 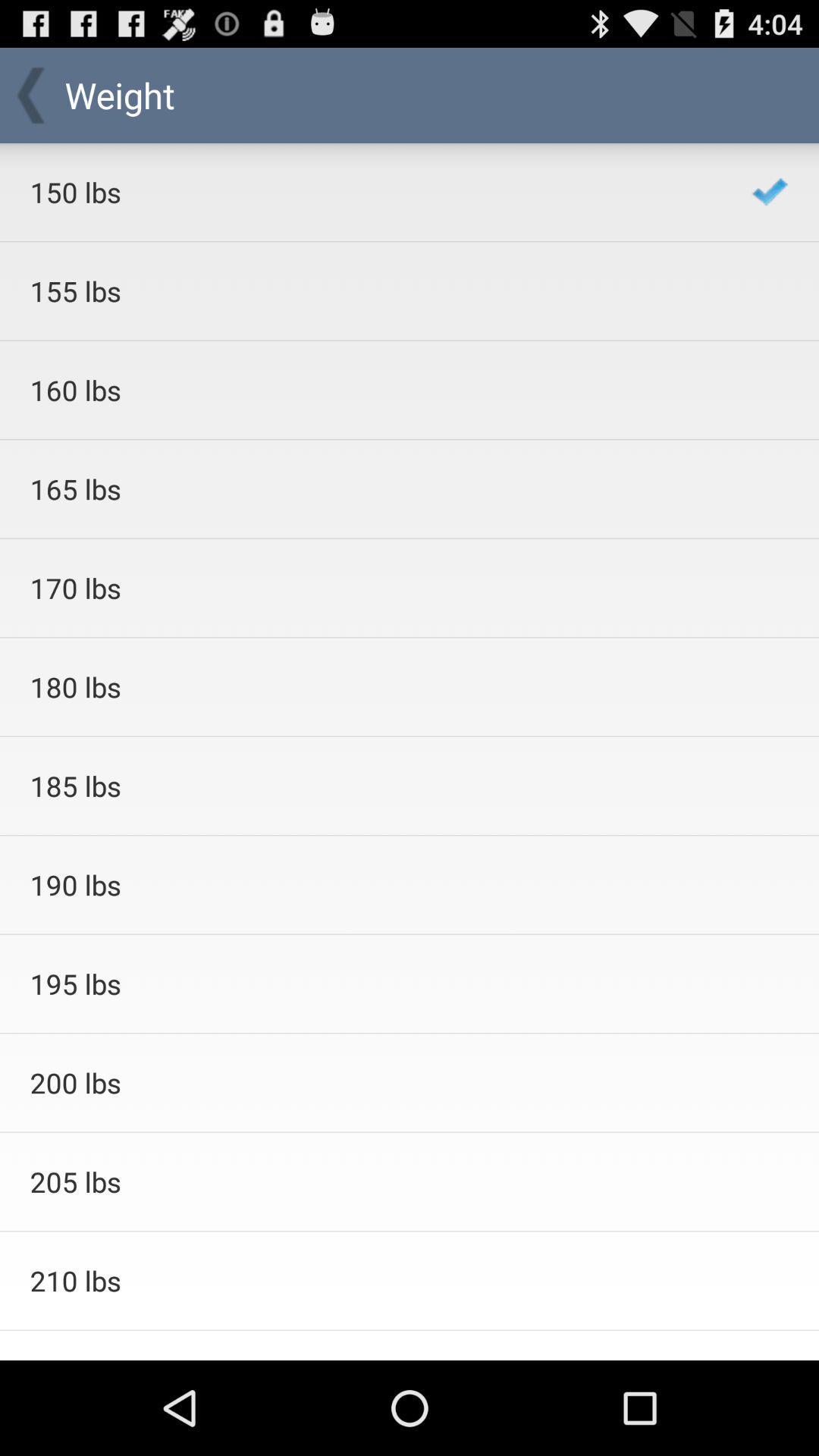 I want to click on icon above the 185 lbs icon, so click(x=371, y=686).